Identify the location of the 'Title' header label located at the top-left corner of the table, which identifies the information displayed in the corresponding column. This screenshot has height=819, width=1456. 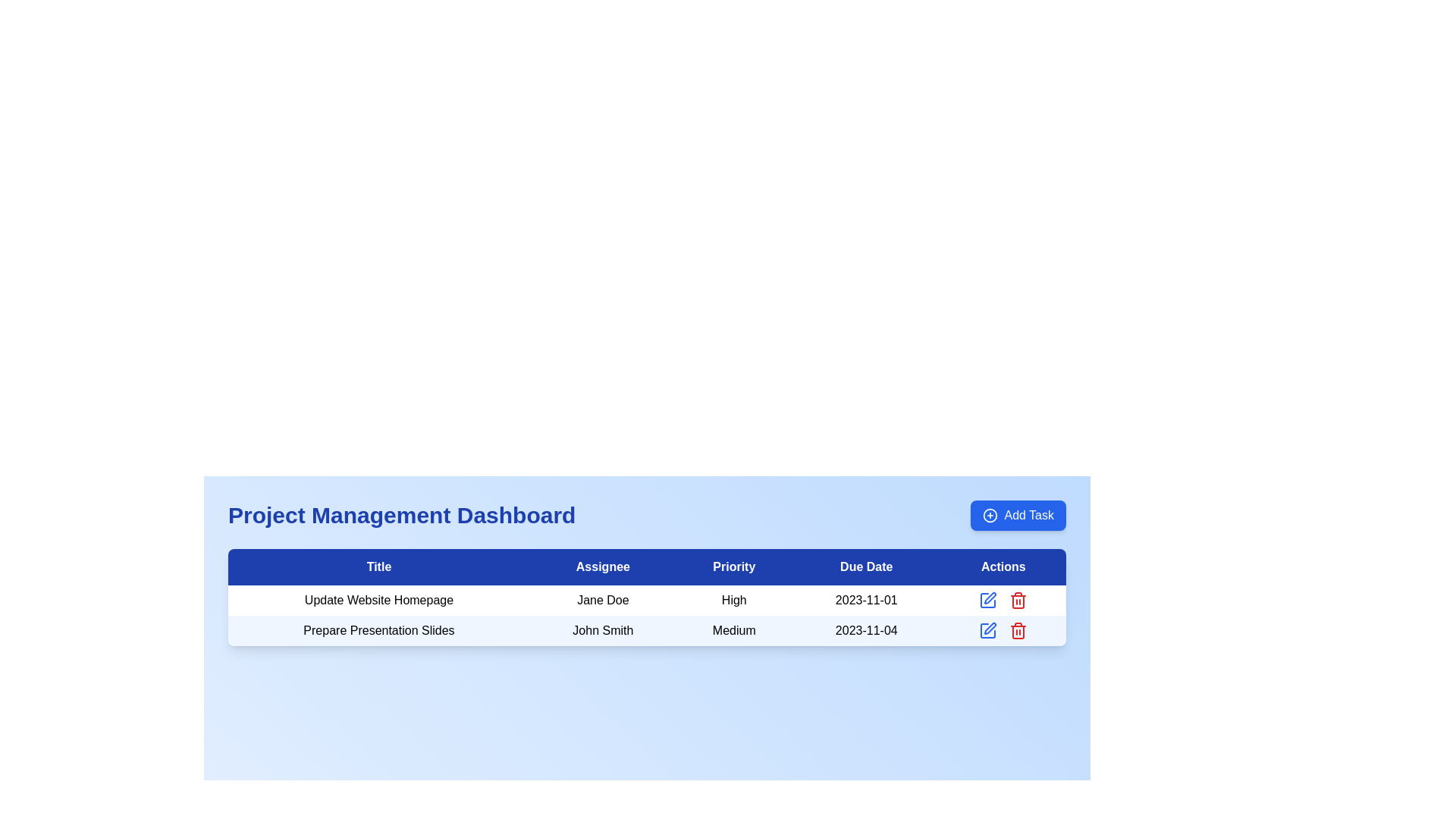
(378, 567).